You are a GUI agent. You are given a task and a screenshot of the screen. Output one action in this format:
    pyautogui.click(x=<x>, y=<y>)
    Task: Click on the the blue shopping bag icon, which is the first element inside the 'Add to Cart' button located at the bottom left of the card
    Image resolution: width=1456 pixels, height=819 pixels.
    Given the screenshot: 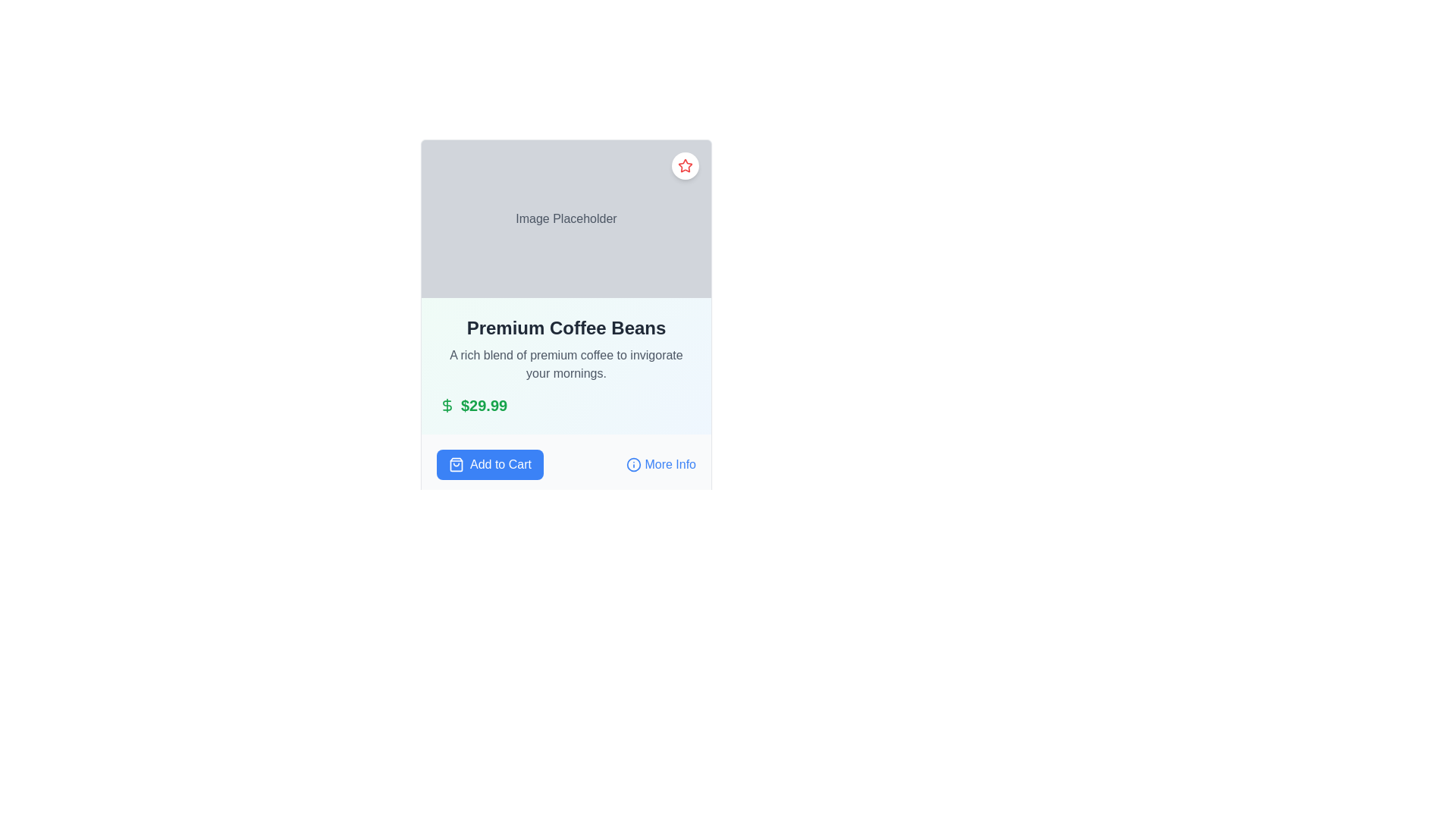 What is the action you would take?
    pyautogui.click(x=455, y=464)
    